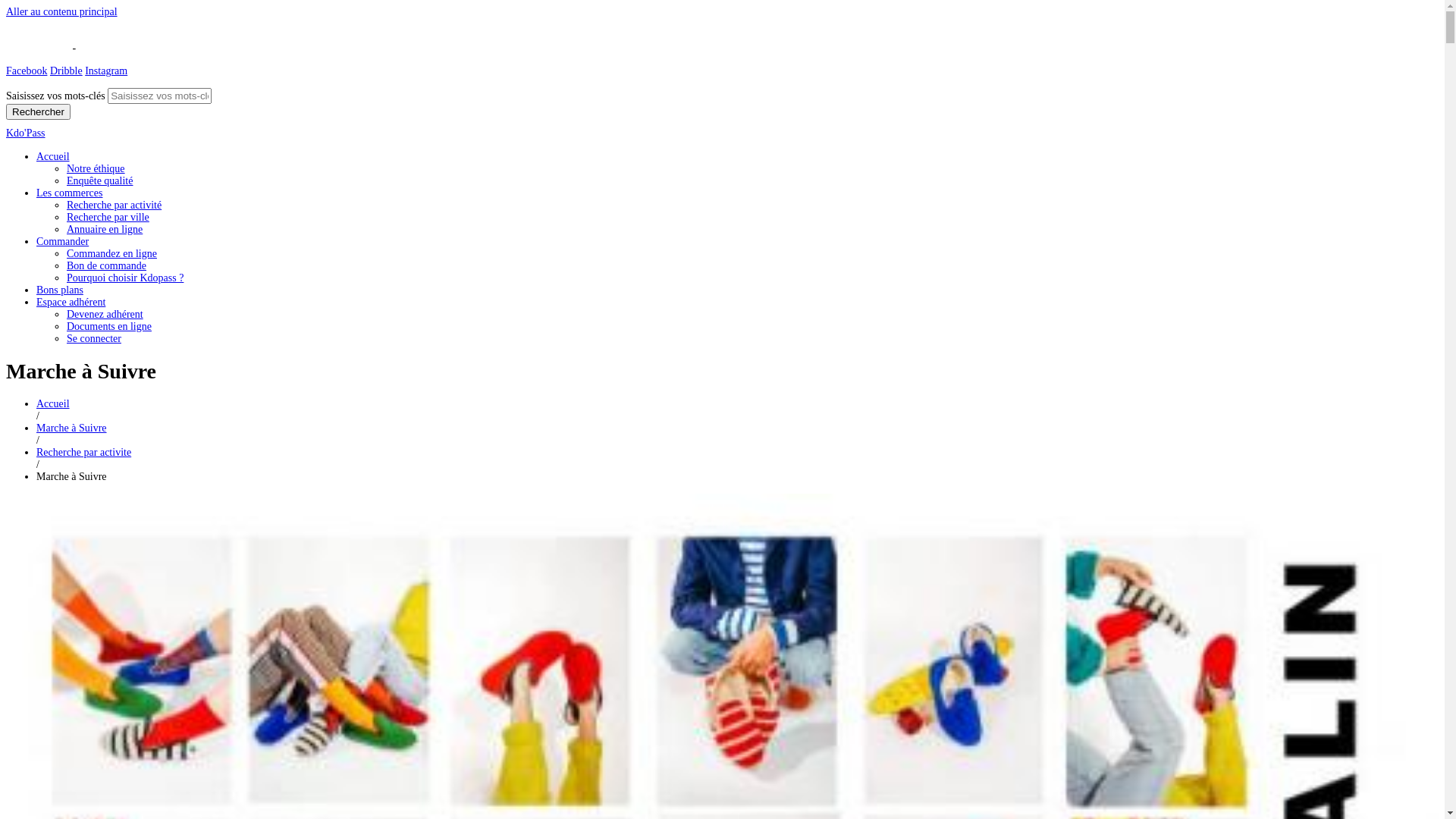 The width and height of the screenshot is (1456, 819). I want to click on 'Accueil', so click(53, 156).